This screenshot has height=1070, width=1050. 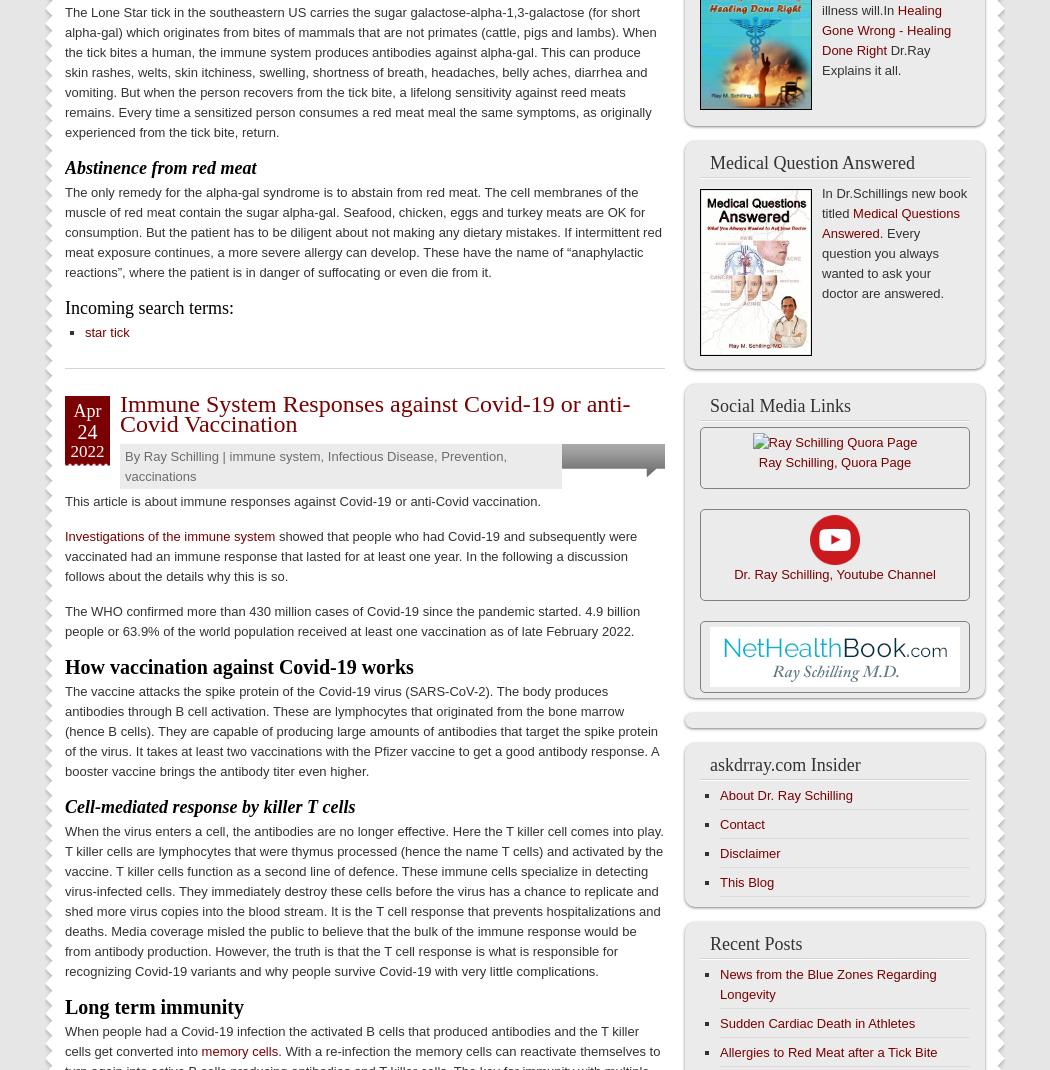 What do you see at coordinates (361, 230) in the screenshot?
I see `'The only remedy for the alpha-gal syndrome is to abstain from red meat. The cell membranes of the muscle of red meat contain the sugar alpha-gal. Seafood, chicken, eggs and turkey meats are OK for consumption. But the patient has to be diligent about not making any dietary mistakes. If intermittent red meat exposure continues, a more severe allergy can develop. These have the name of “anaphylactic reactions”, where the patient is in danger of suffocating or even die from it.'` at bounding box center [361, 230].